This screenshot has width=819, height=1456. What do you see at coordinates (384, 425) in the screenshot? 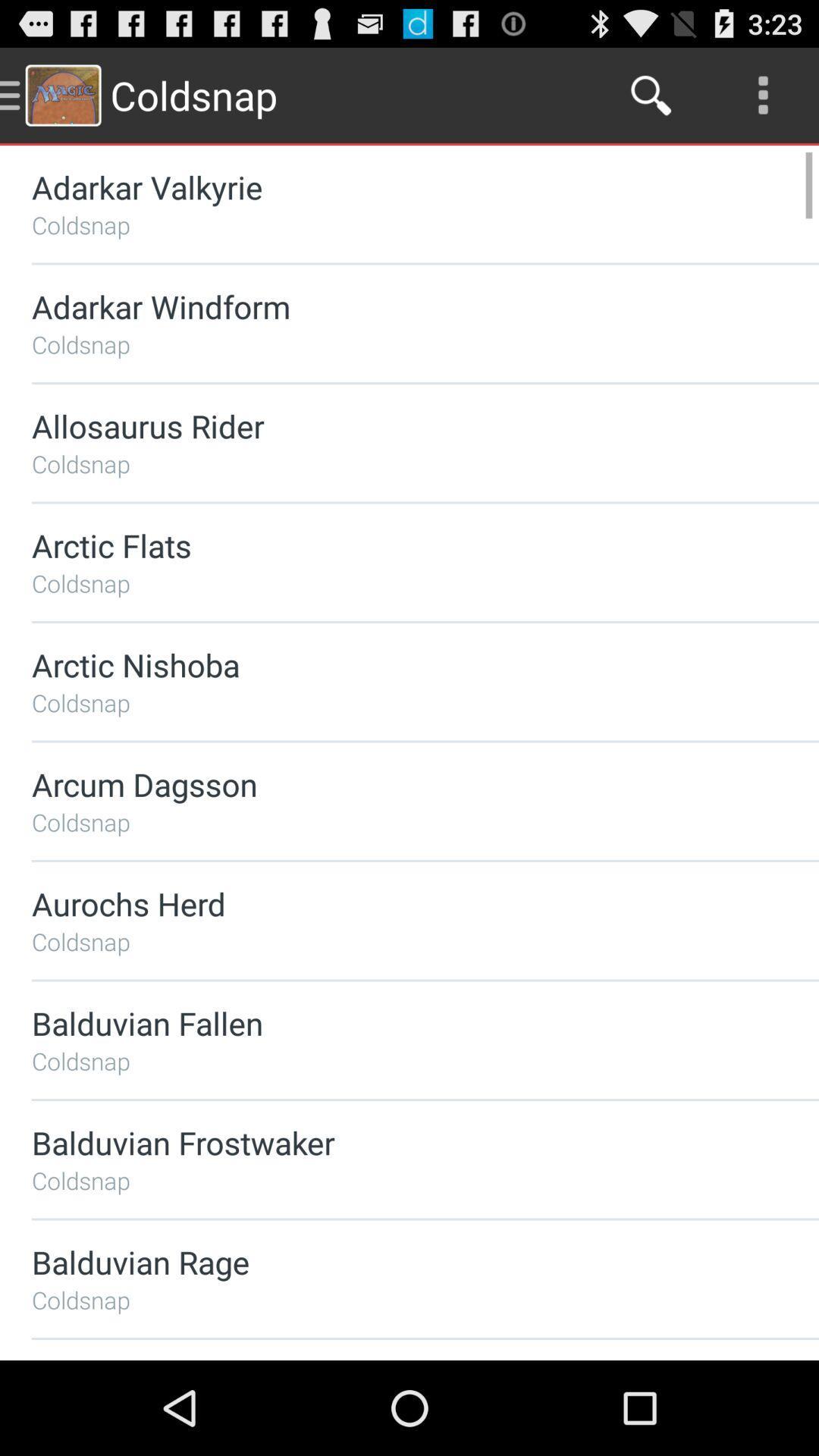
I see `the allosaurus rider icon` at bounding box center [384, 425].